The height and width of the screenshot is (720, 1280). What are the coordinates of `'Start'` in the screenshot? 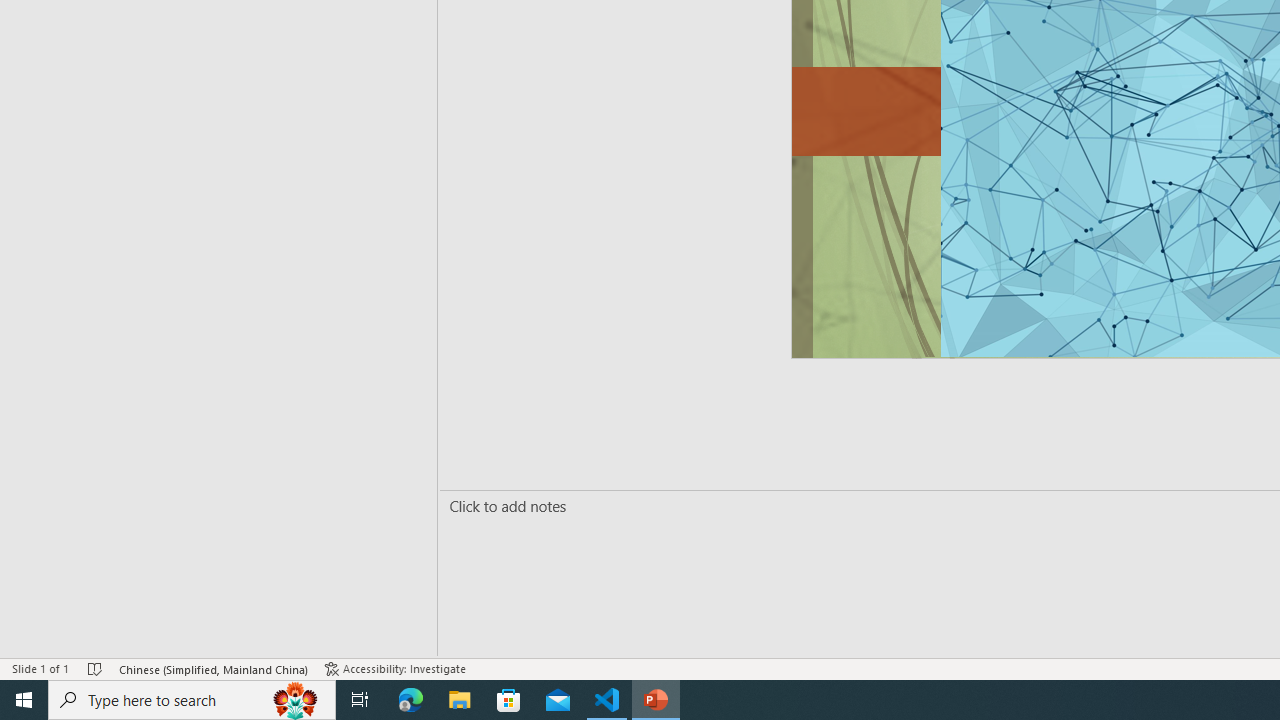 It's located at (24, 698).